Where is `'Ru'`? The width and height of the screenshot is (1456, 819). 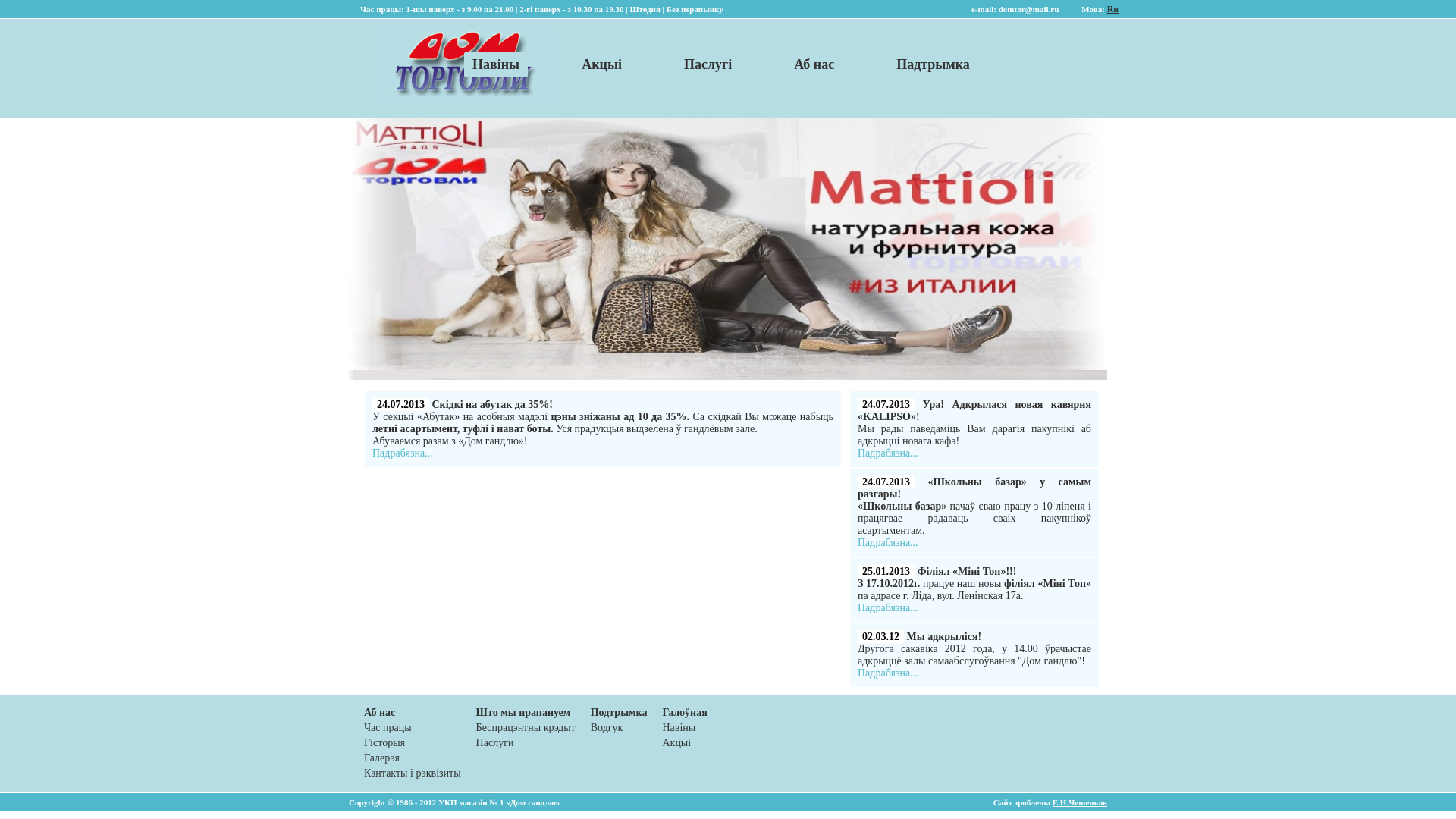 'Ru' is located at coordinates (1112, 8).